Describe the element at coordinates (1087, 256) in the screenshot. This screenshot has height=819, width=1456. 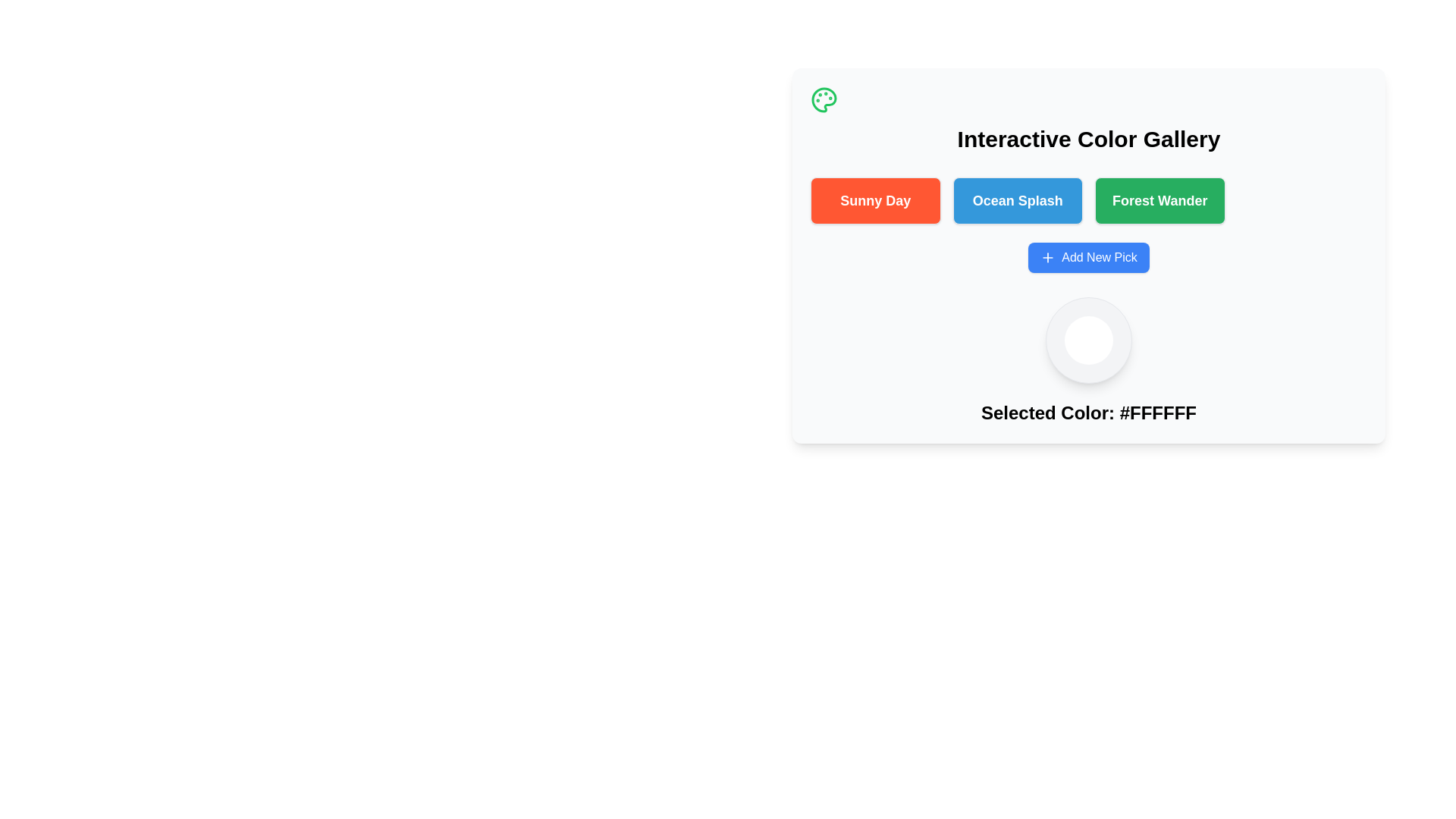
I see `the button used to add new items or options to the current interface, located below the colorful cards labeled 'Sunny Day', 'Ocean Splash', and 'Forest Wander'` at that location.